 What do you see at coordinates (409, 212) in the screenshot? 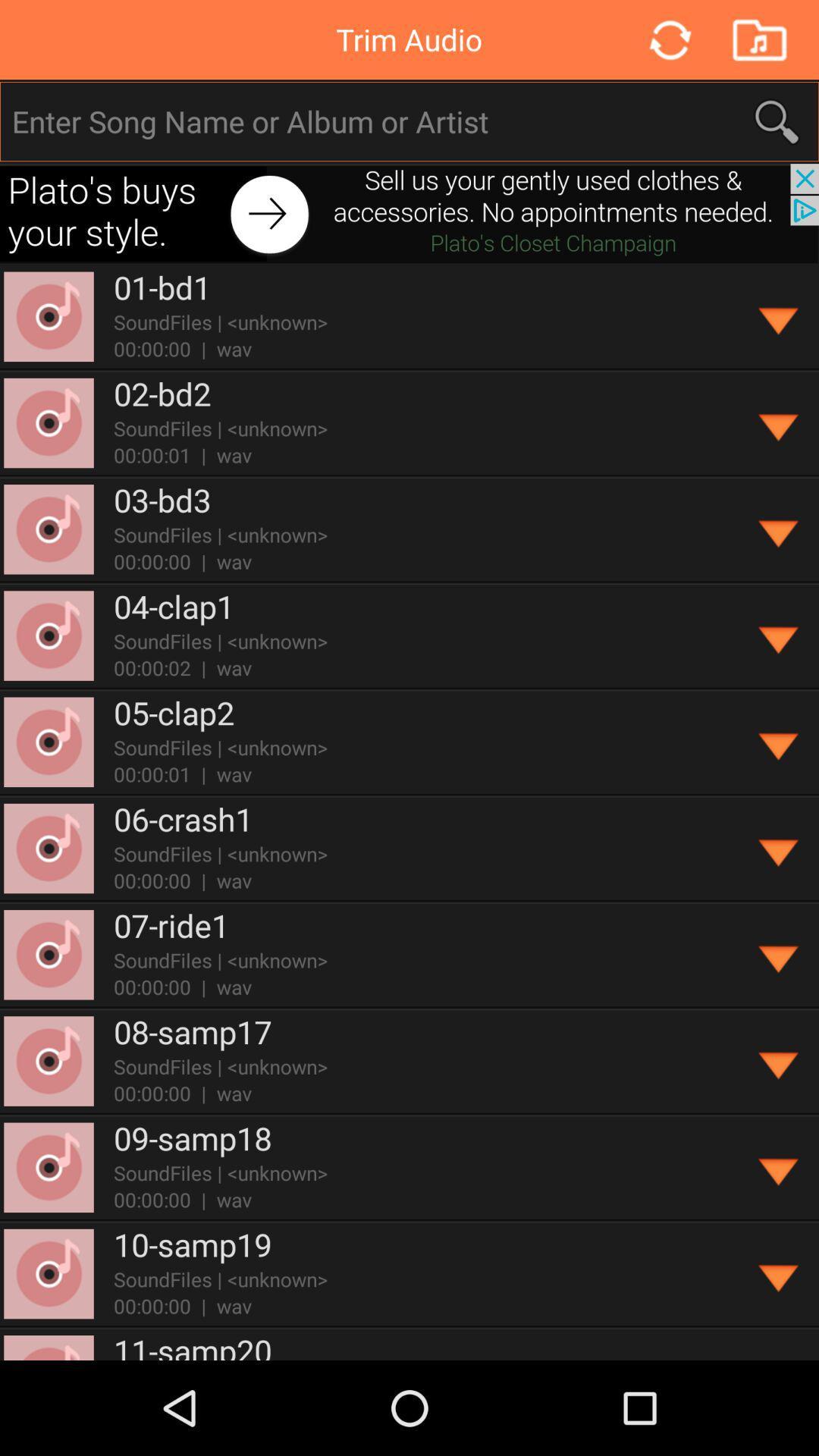
I see `next` at bounding box center [409, 212].